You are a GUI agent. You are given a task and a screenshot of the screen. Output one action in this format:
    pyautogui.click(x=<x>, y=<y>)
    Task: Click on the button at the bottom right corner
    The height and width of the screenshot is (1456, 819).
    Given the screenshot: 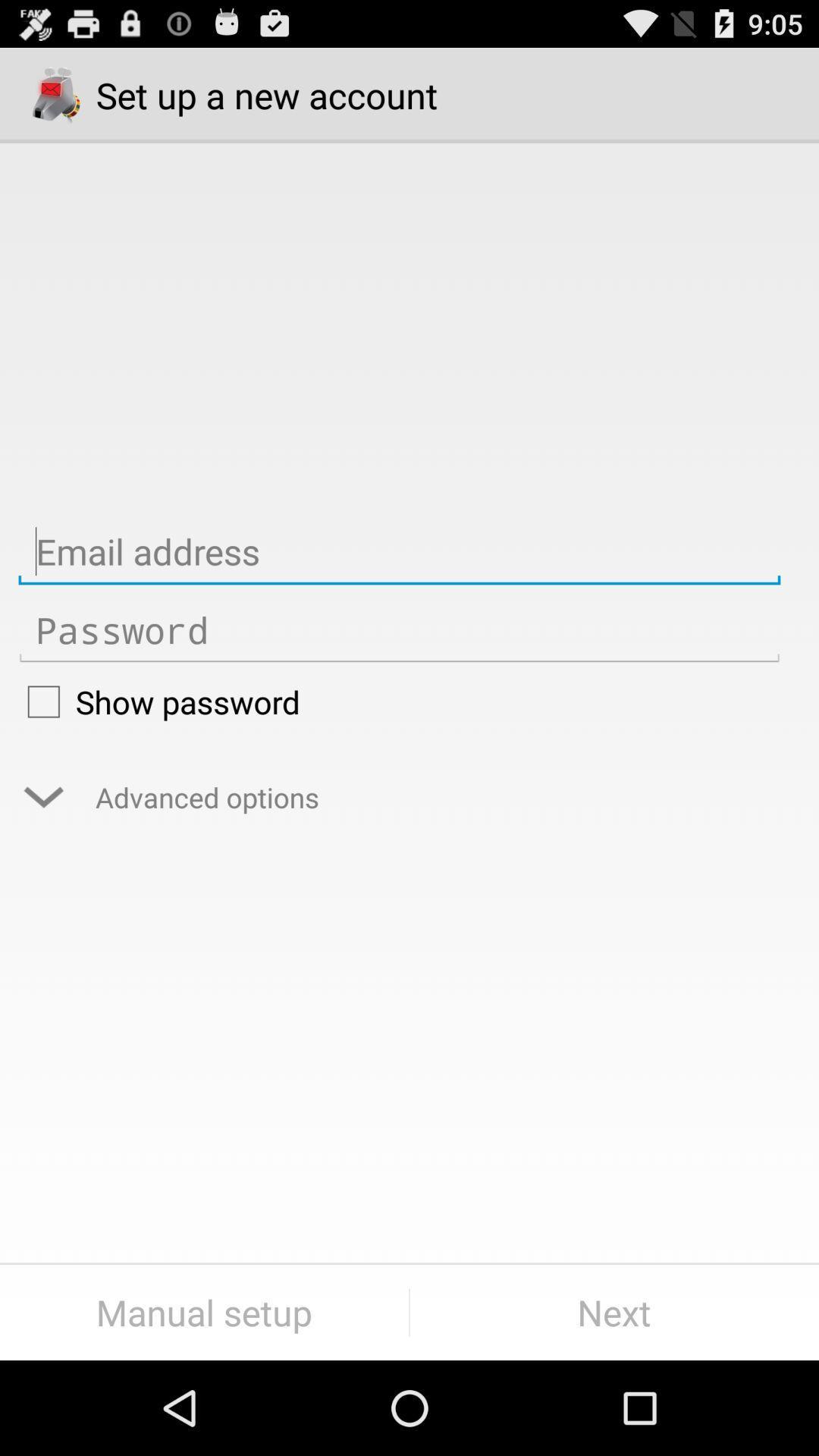 What is the action you would take?
    pyautogui.click(x=614, y=1312)
    